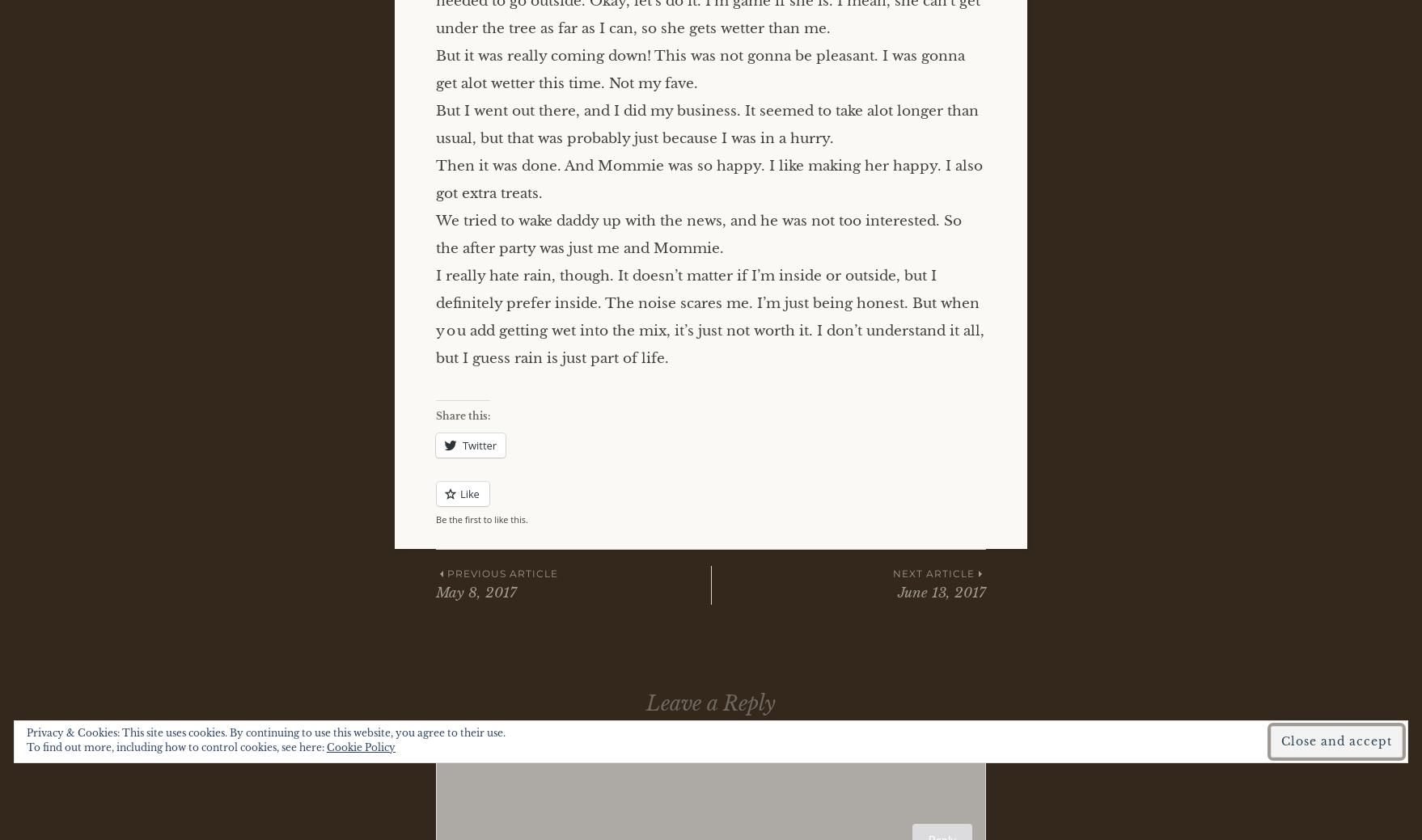 The height and width of the screenshot is (840, 1422). What do you see at coordinates (435, 123) in the screenshot?
I see `'But I went out there, and I did my business. It seemed to take alot longer than usual, but that was probably just because I was in a hurry.'` at bounding box center [435, 123].